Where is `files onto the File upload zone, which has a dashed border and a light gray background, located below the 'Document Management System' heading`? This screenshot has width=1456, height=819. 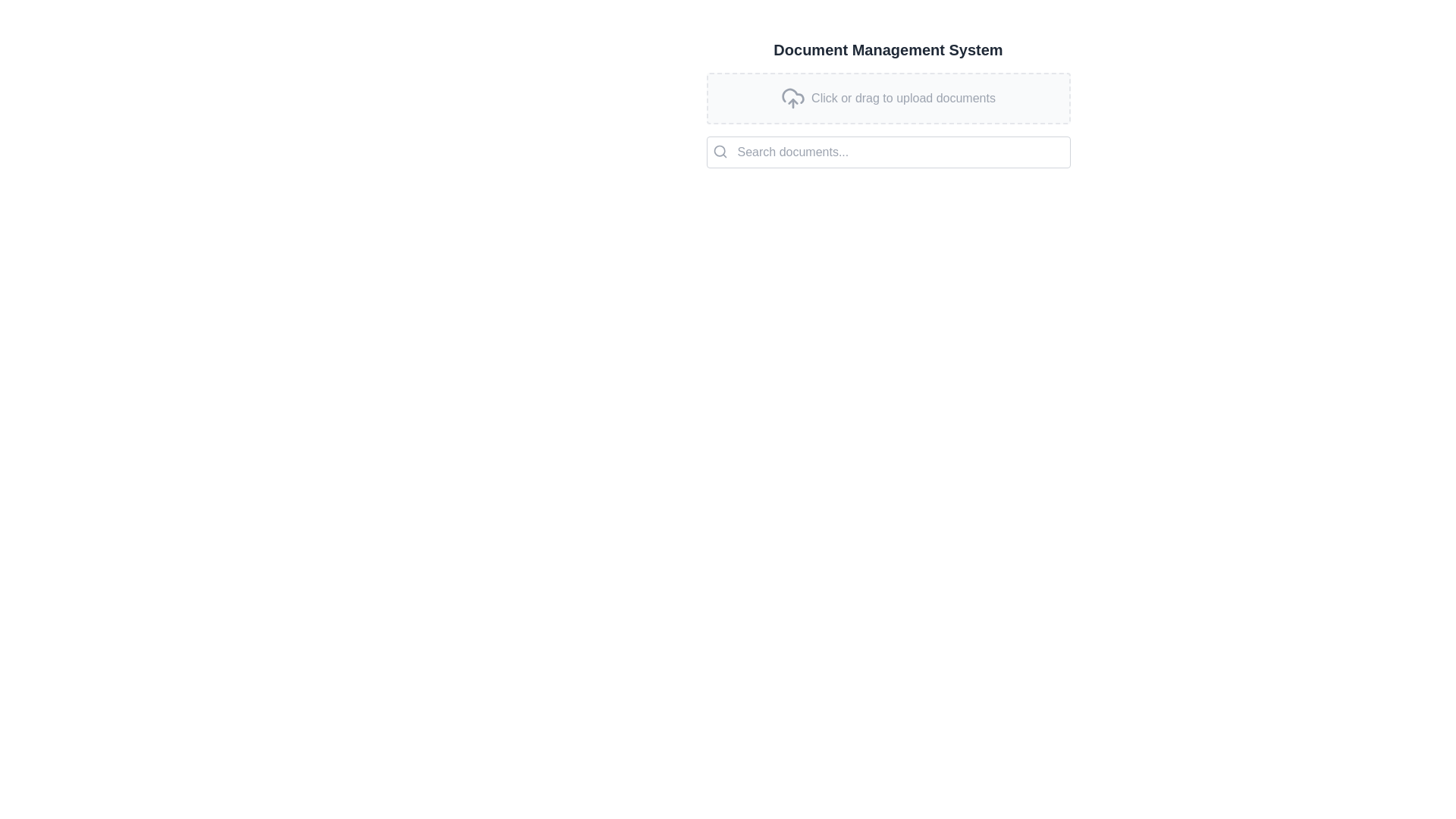
files onto the File upload zone, which has a dashed border and a light gray background, located below the 'Document Management System' heading is located at coordinates (888, 109).